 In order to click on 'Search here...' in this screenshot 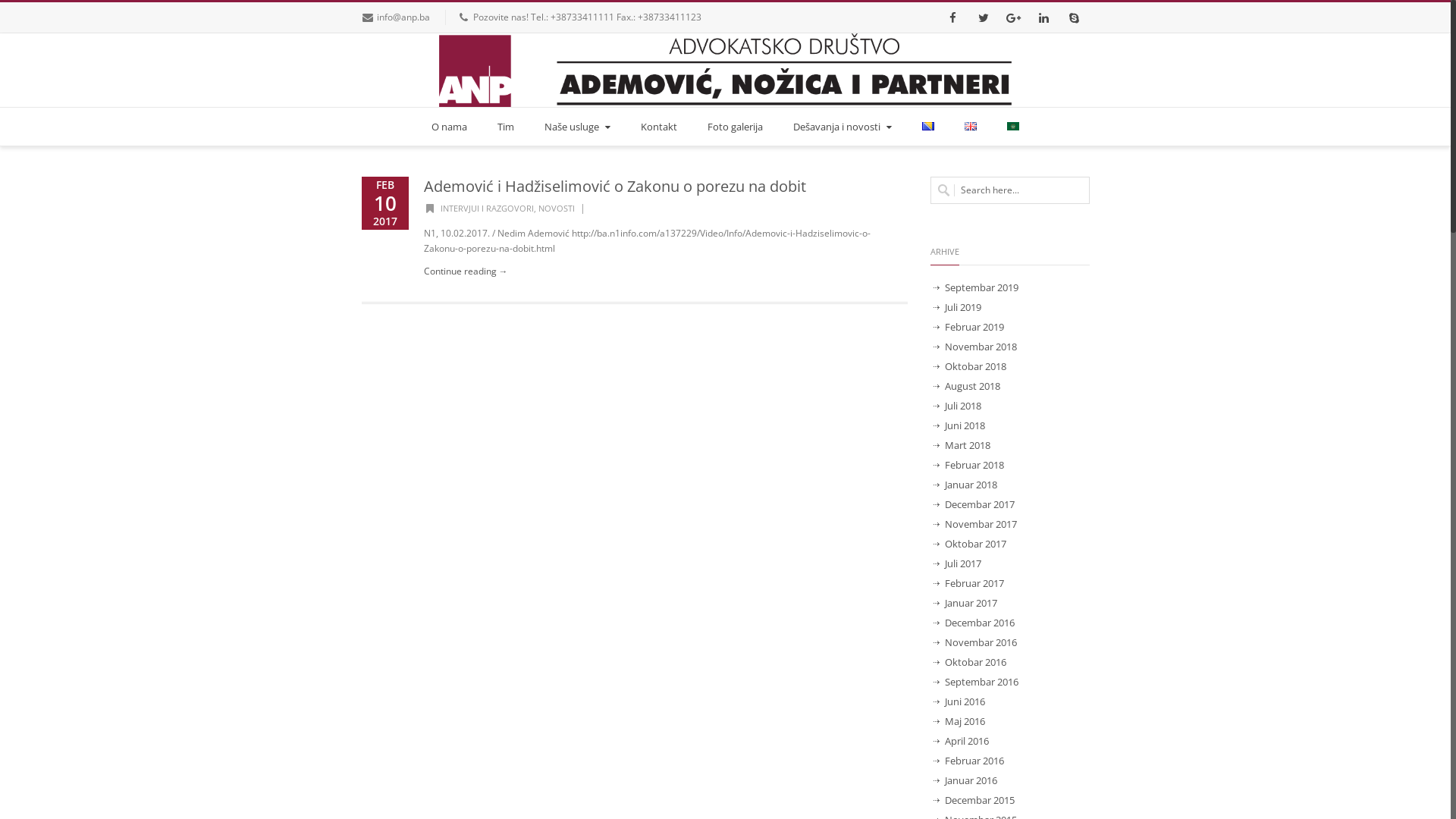, I will do `click(1009, 189)`.